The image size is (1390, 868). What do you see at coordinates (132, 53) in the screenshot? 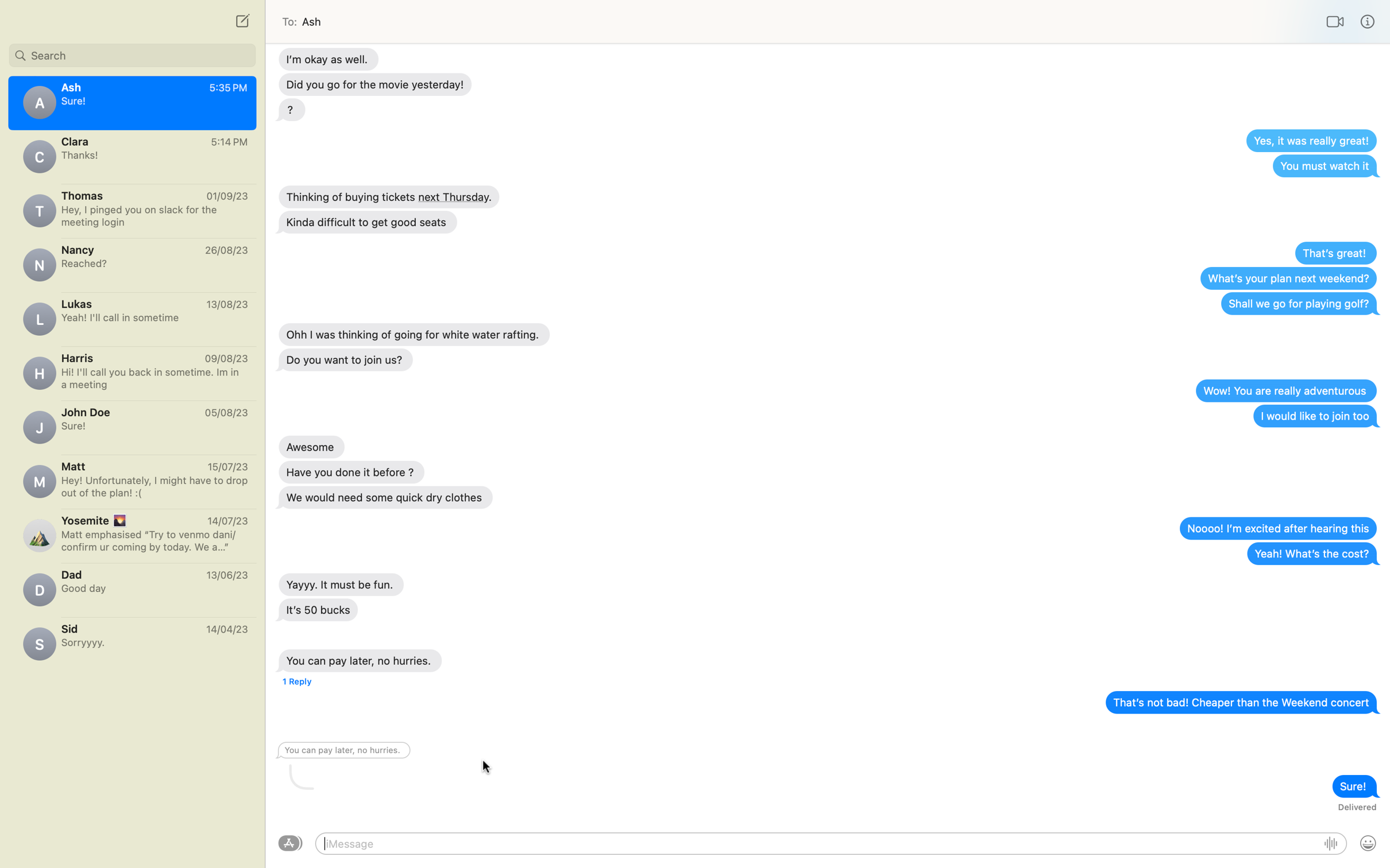
I see `Locate and open "Emily"s" contact information` at bounding box center [132, 53].